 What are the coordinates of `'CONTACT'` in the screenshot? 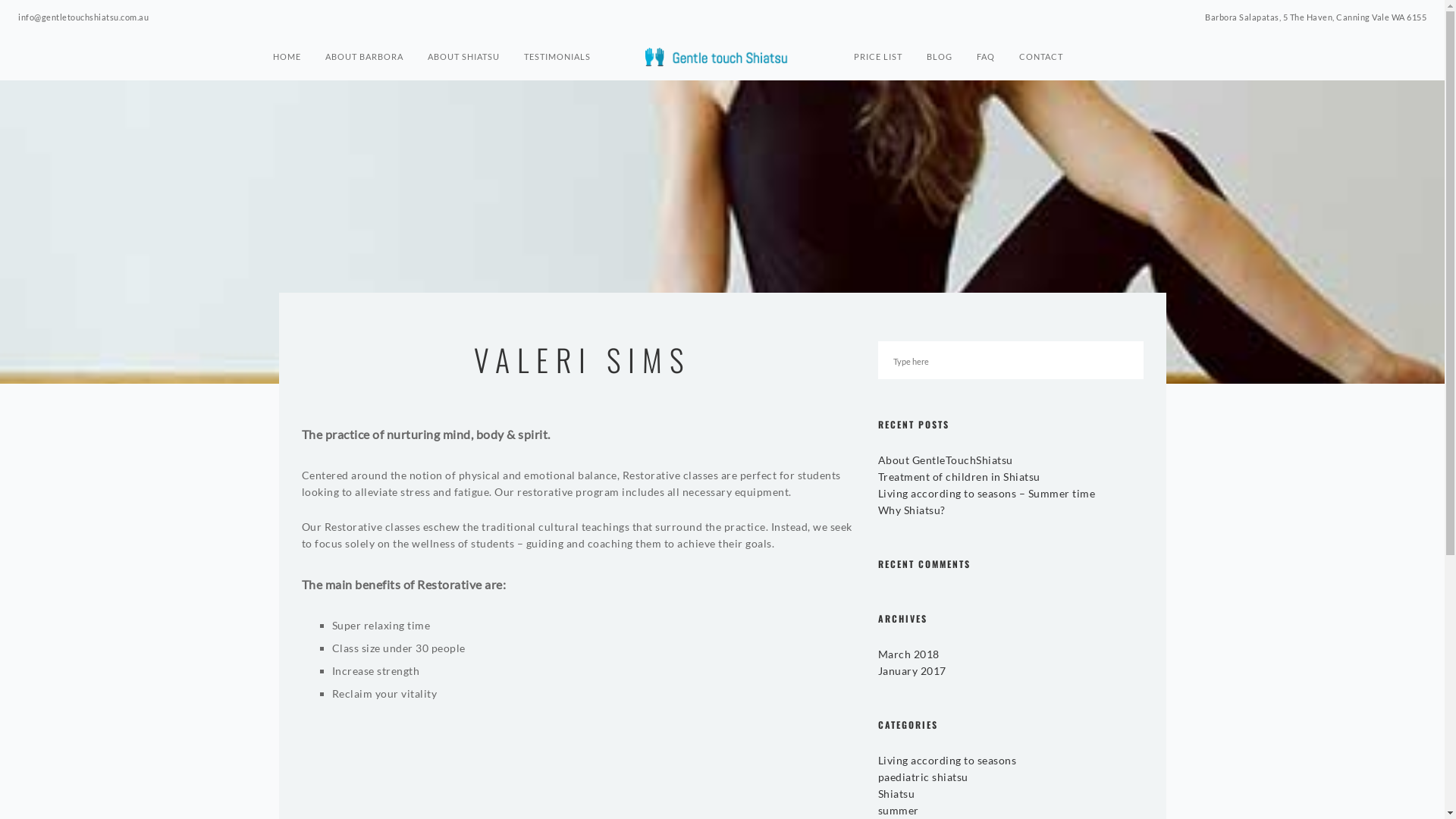 It's located at (1040, 57).